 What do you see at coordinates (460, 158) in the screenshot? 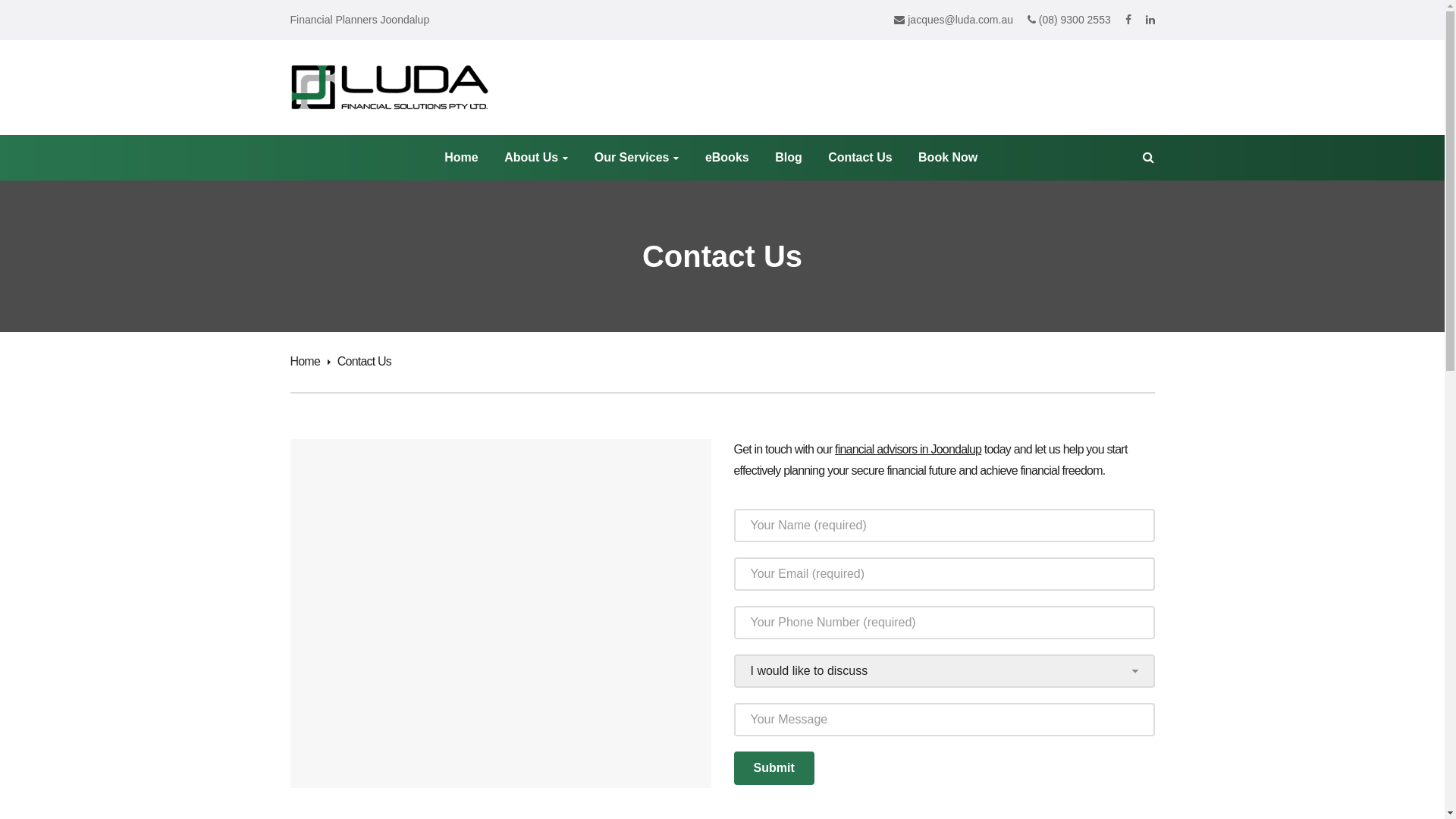
I see `'Home'` at bounding box center [460, 158].